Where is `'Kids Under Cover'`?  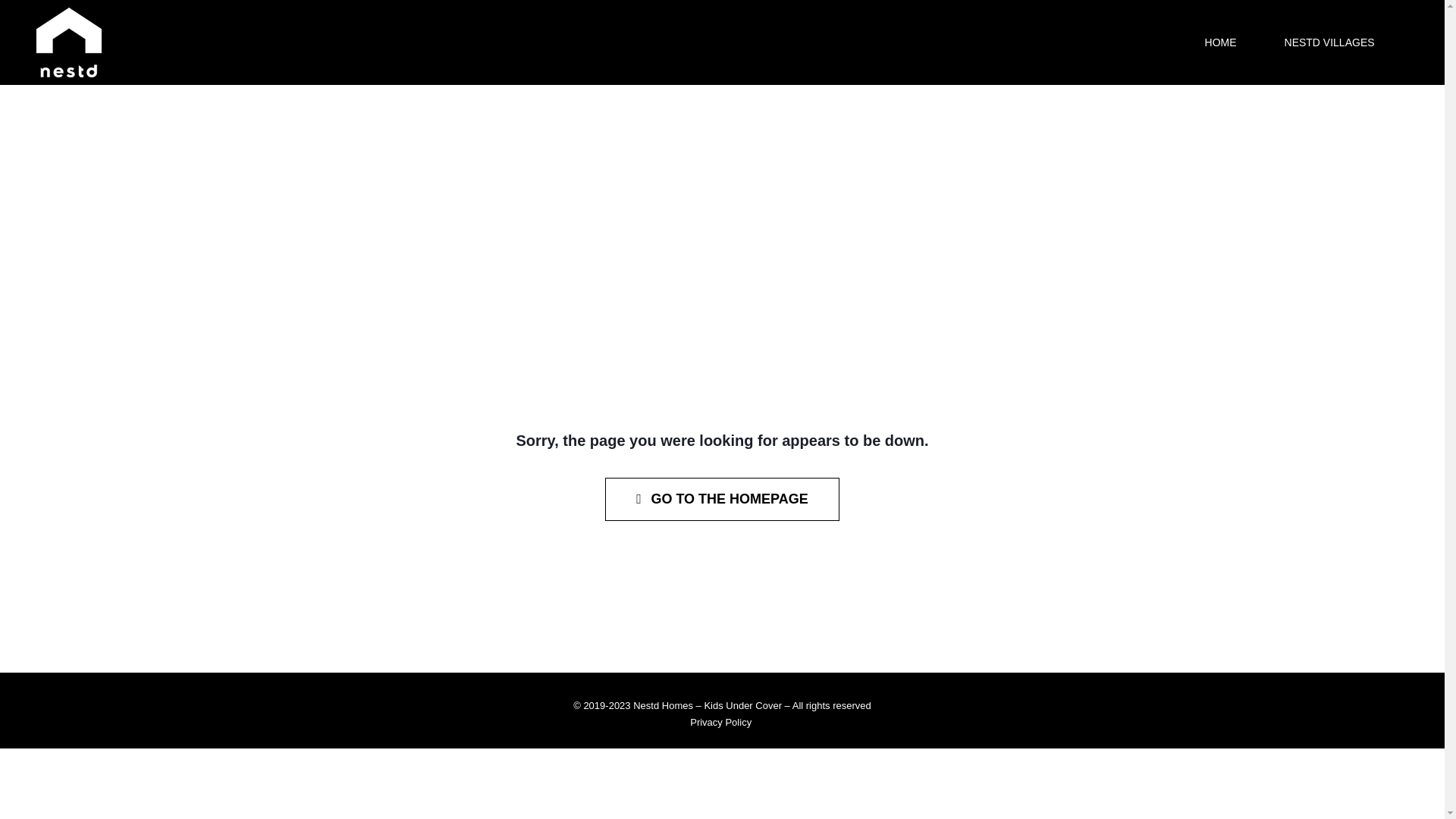
'Kids Under Cover' is located at coordinates (742, 705).